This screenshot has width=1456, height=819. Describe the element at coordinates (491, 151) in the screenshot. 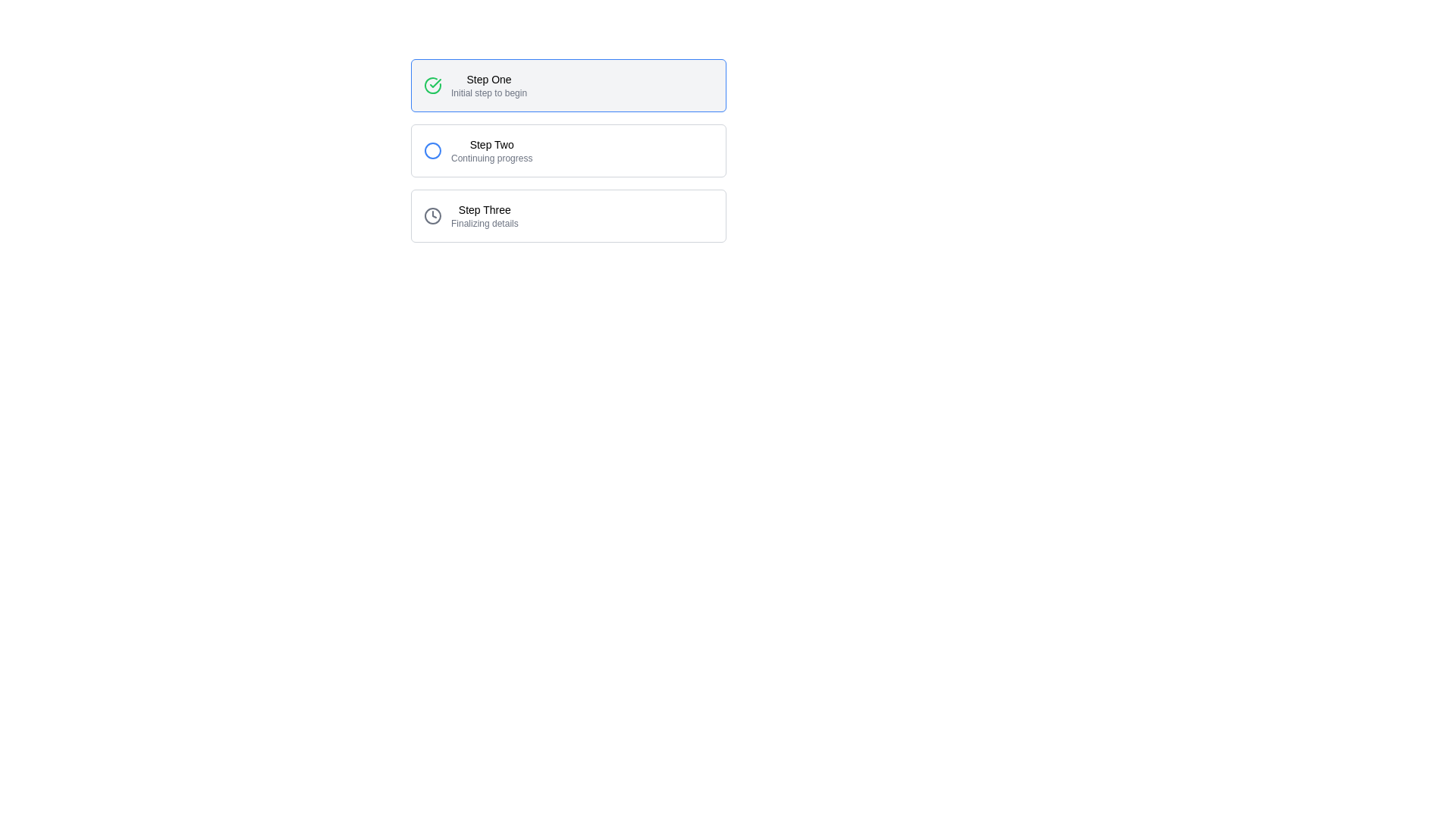

I see `the 'Step Two' text label pair, which consists of a larger bold 'Step Two' and a smaller gray 'Continuing progress'` at that location.